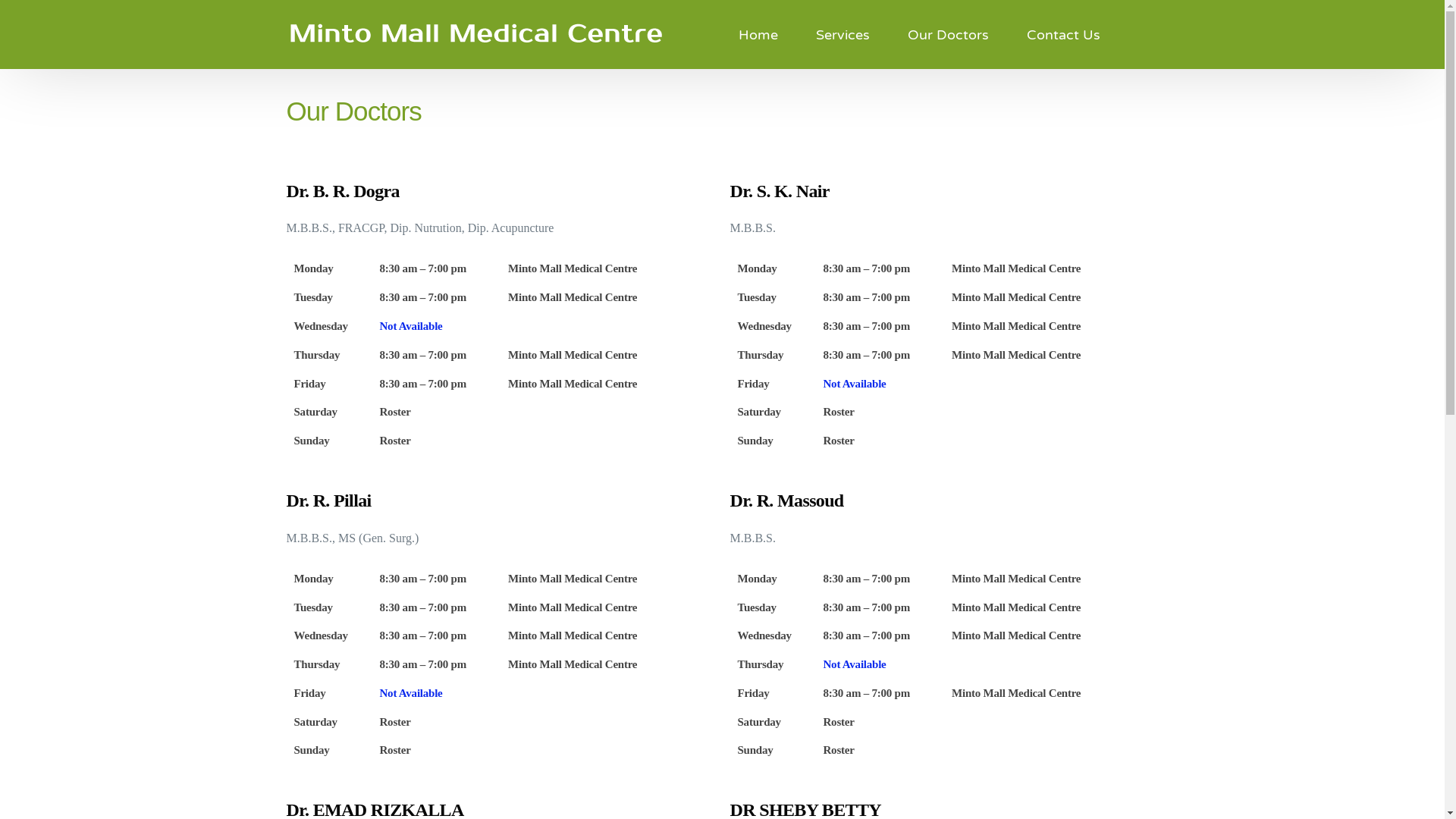 Image resolution: width=1456 pixels, height=819 pixels. What do you see at coordinates (842, 34) in the screenshot?
I see `'Services'` at bounding box center [842, 34].